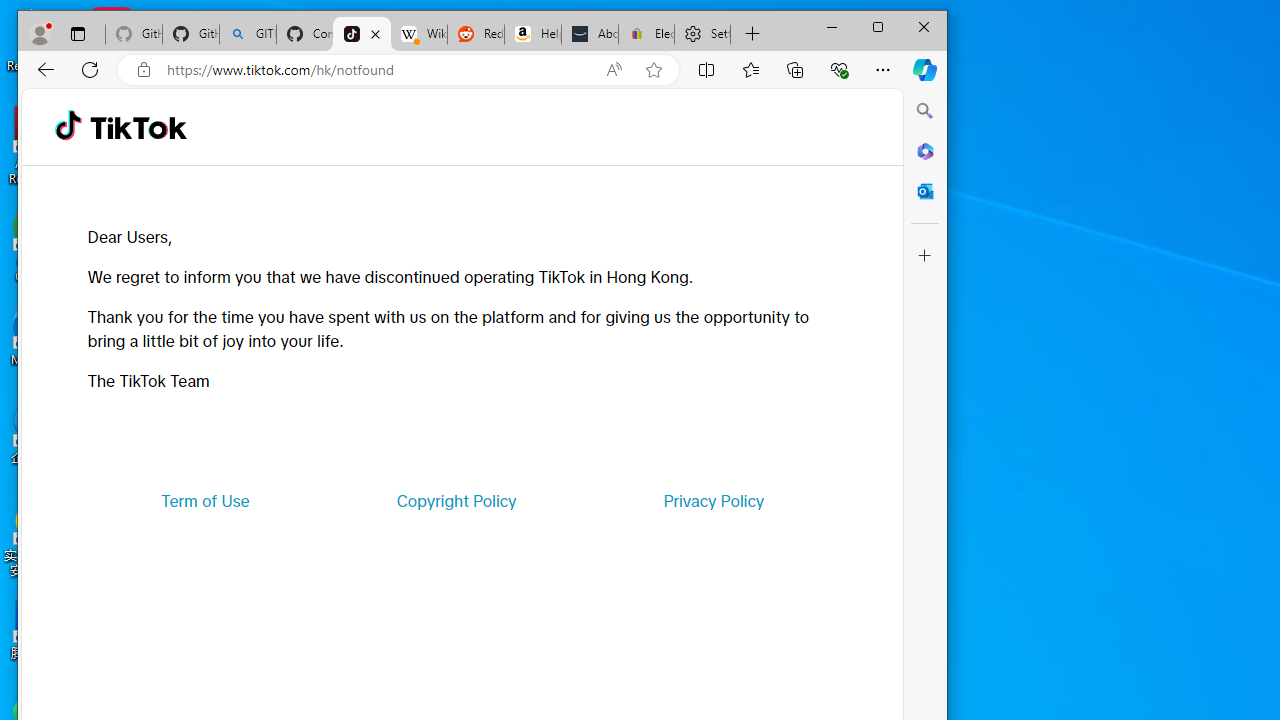 This screenshot has height=720, width=1280. I want to click on 'Term of Use', so click(205, 499).